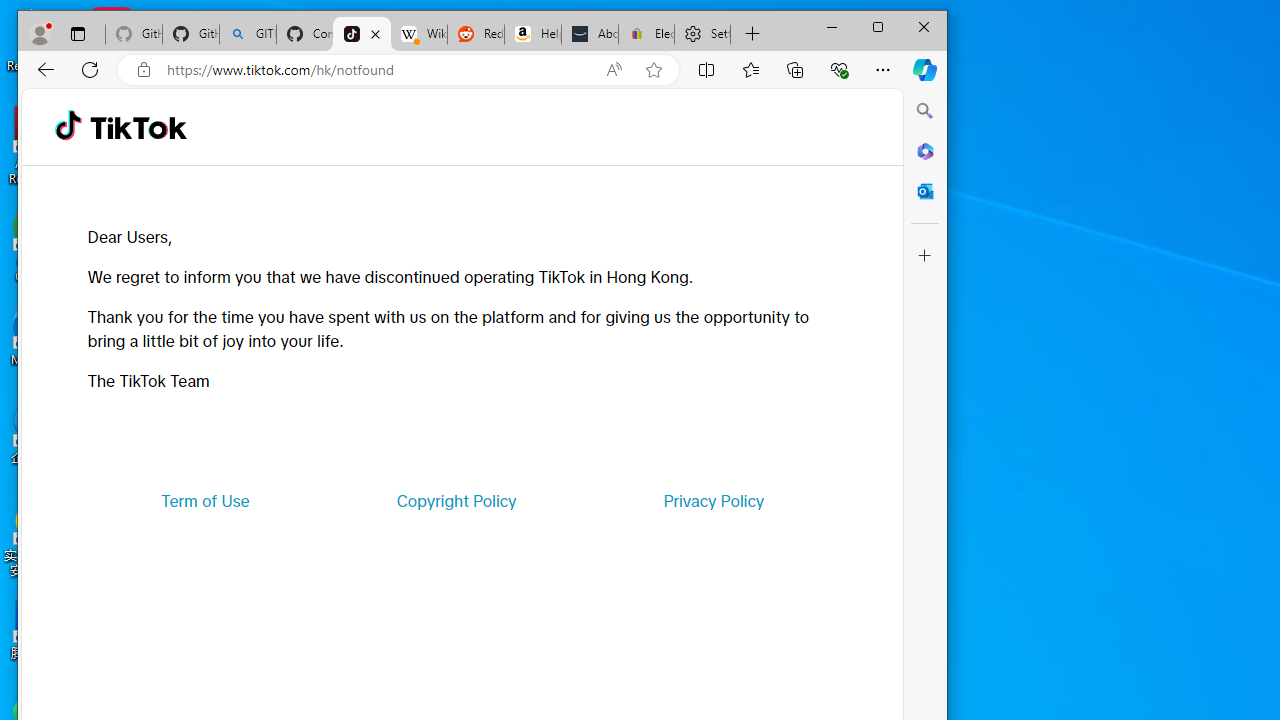 This screenshot has height=720, width=1280. I want to click on 'Term of Use', so click(205, 499).